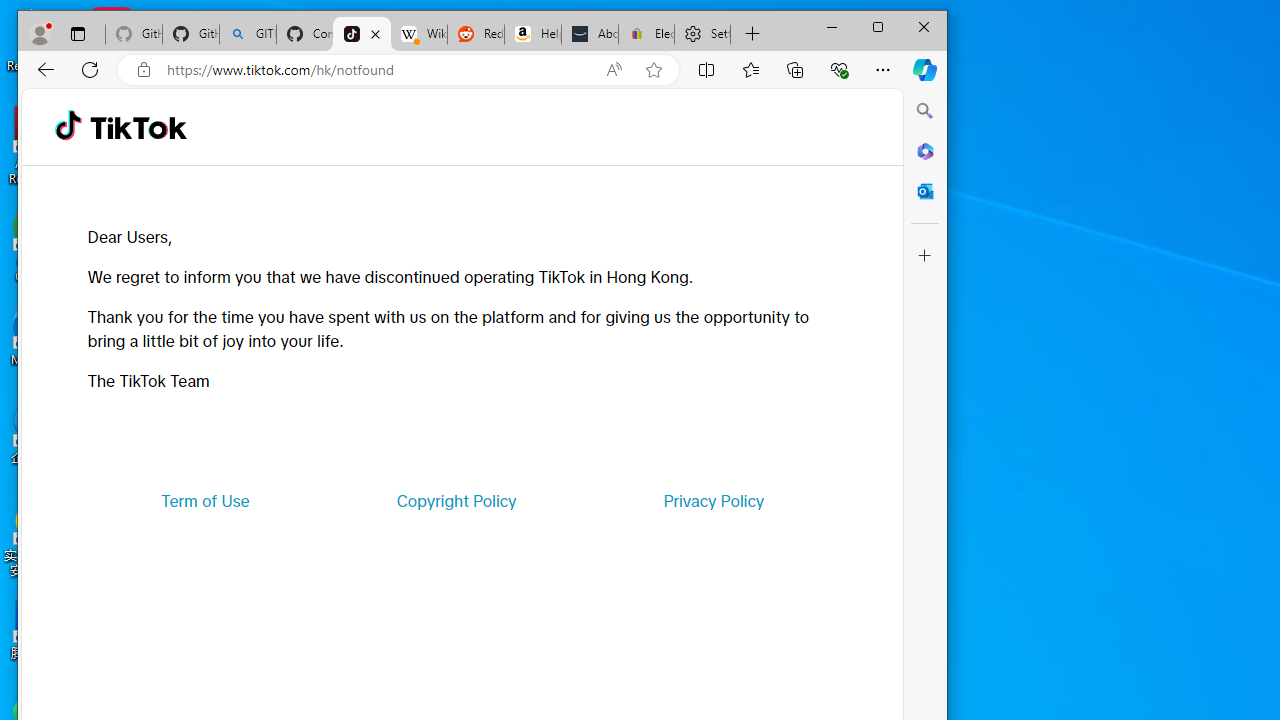 This screenshot has height=720, width=1280. I want to click on 'Term of Use', so click(205, 499).